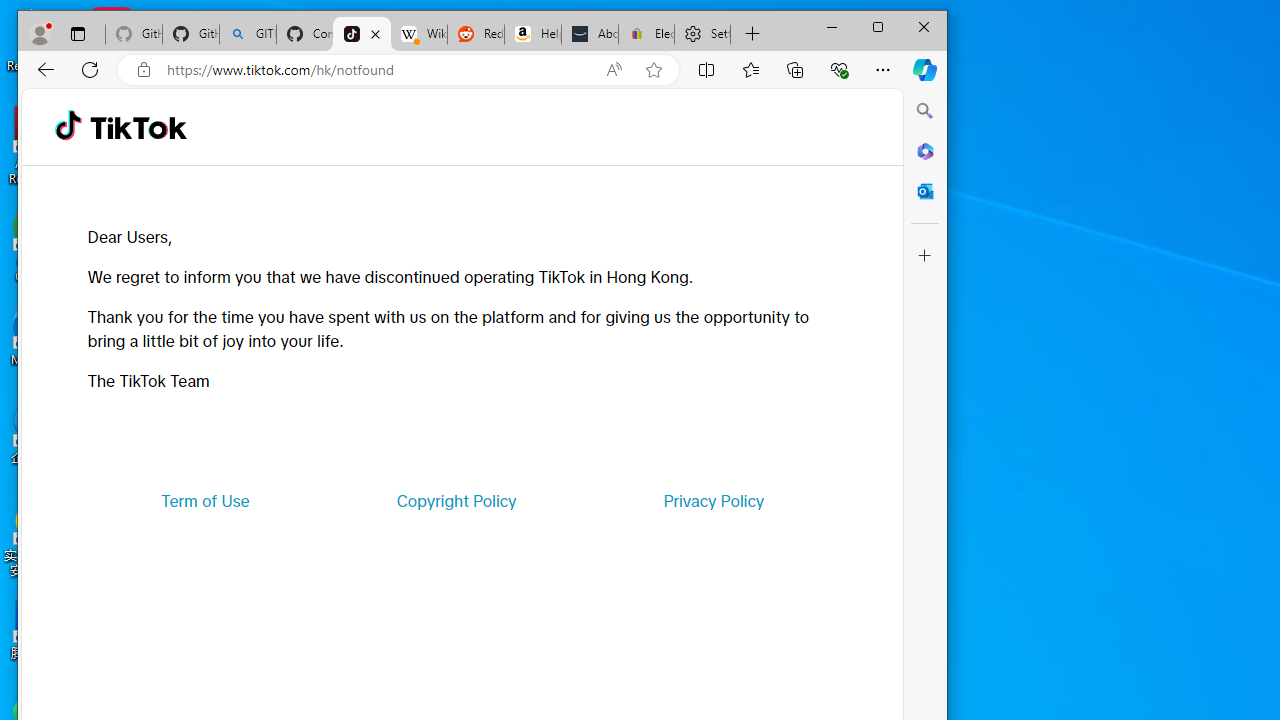 This screenshot has height=720, width=1280. I want to click on 'Term of Use', so click(205, 499).